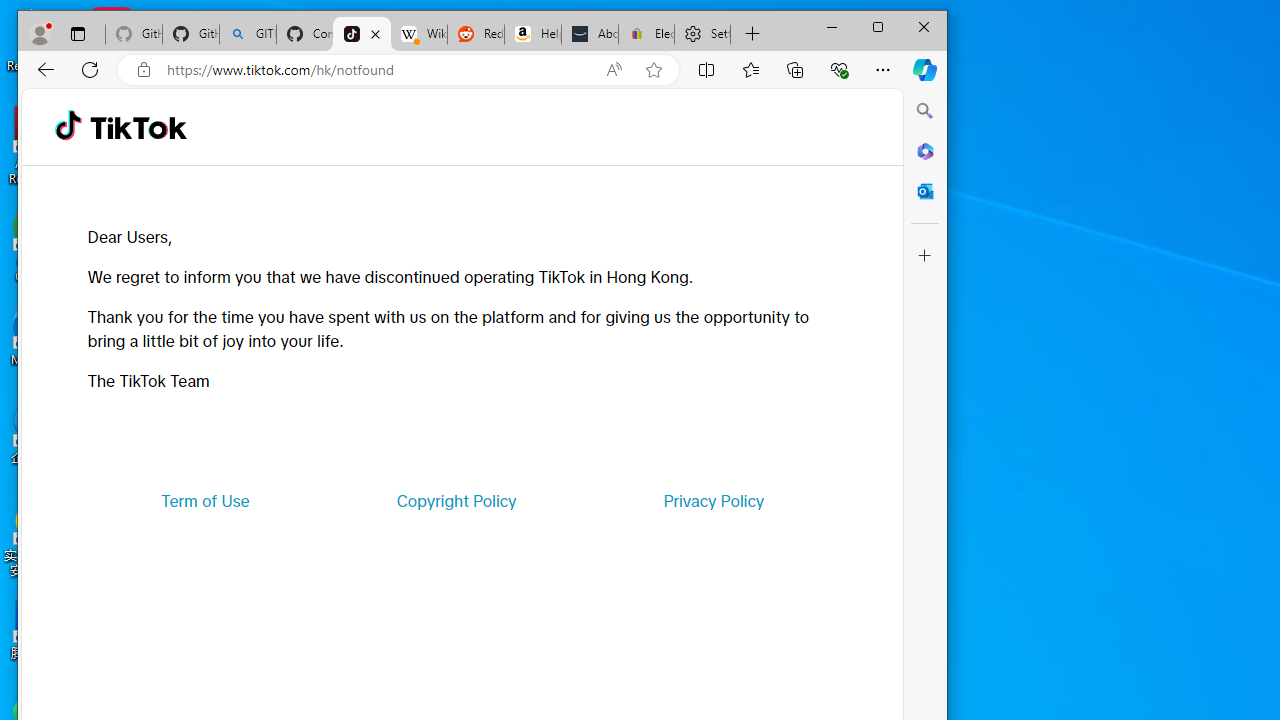 This screenshot has height=720, width=1280. I want to click on 'Term of Use', so click(205, 499).